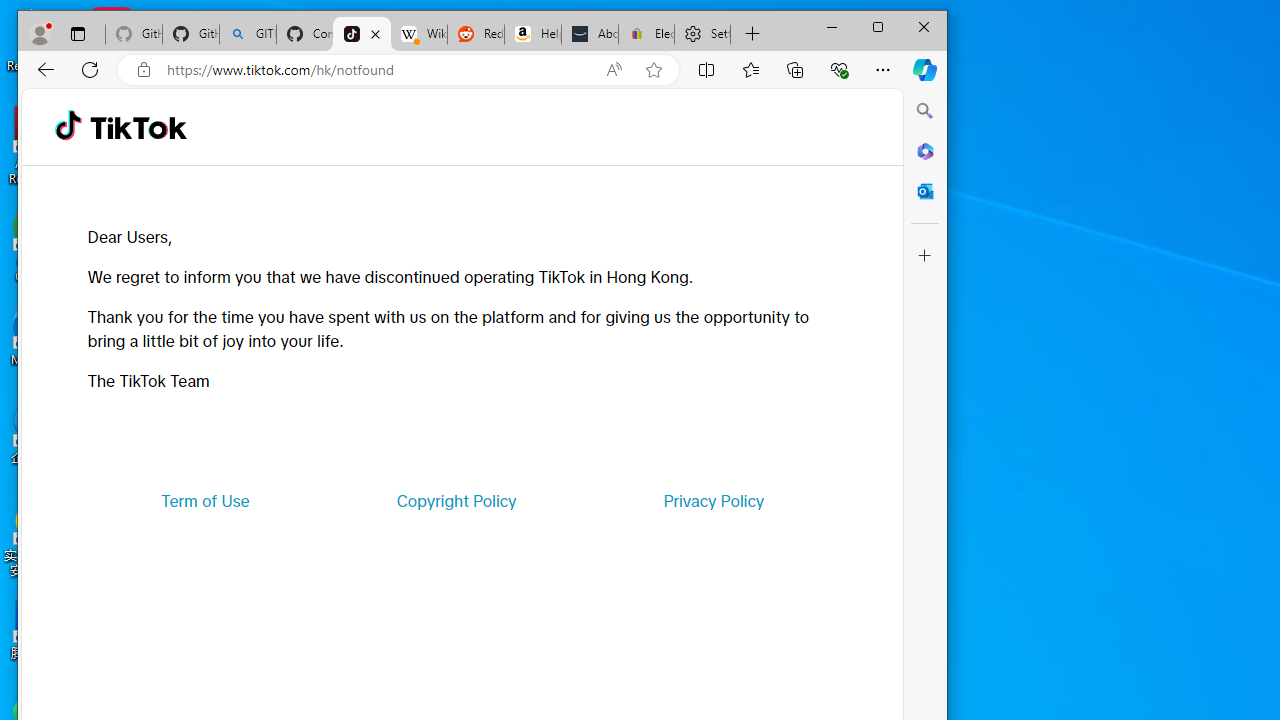 This screenshot has height=720, width=1280. I want to click on 'Term of Use', so click(205, 499).